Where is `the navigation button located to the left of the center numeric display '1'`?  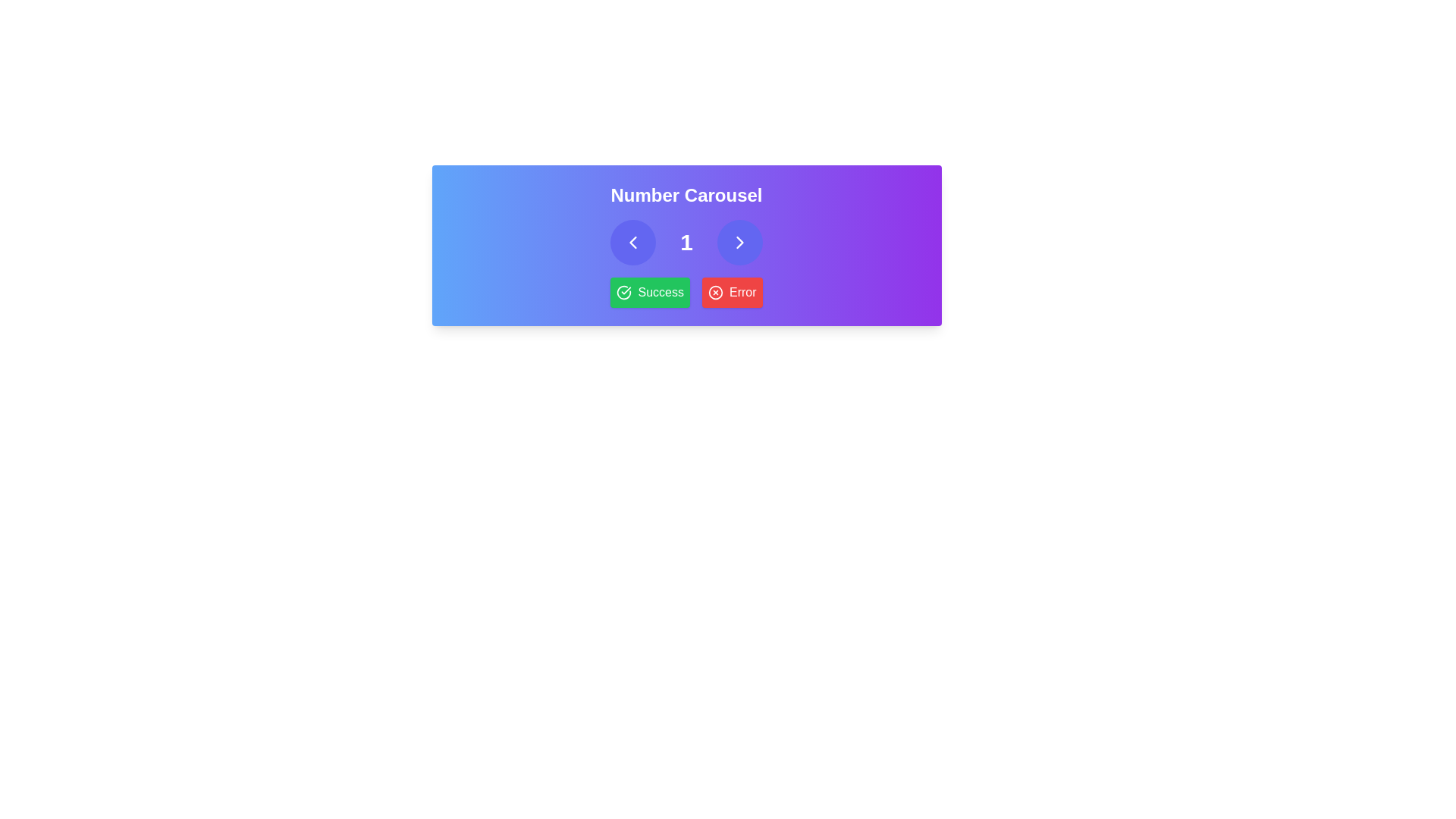
the navigation button located to the left of the center numeric display '1' is located at coordinates (633, 242).